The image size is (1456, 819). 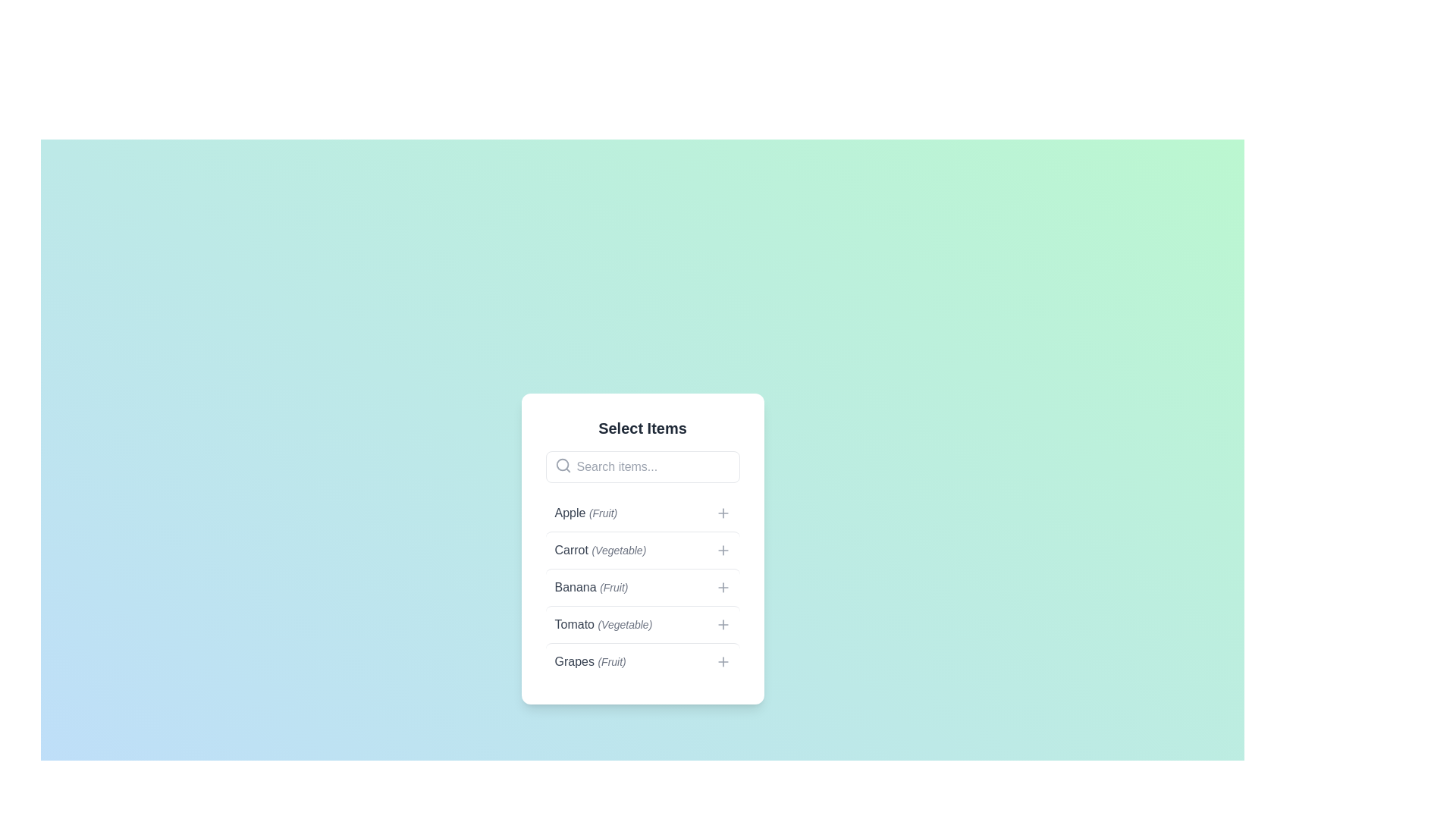 What do you see at coordinates (562, 464) in the screenshot?
I see `the magnifying glass icon` at bounding box center [562, 464].